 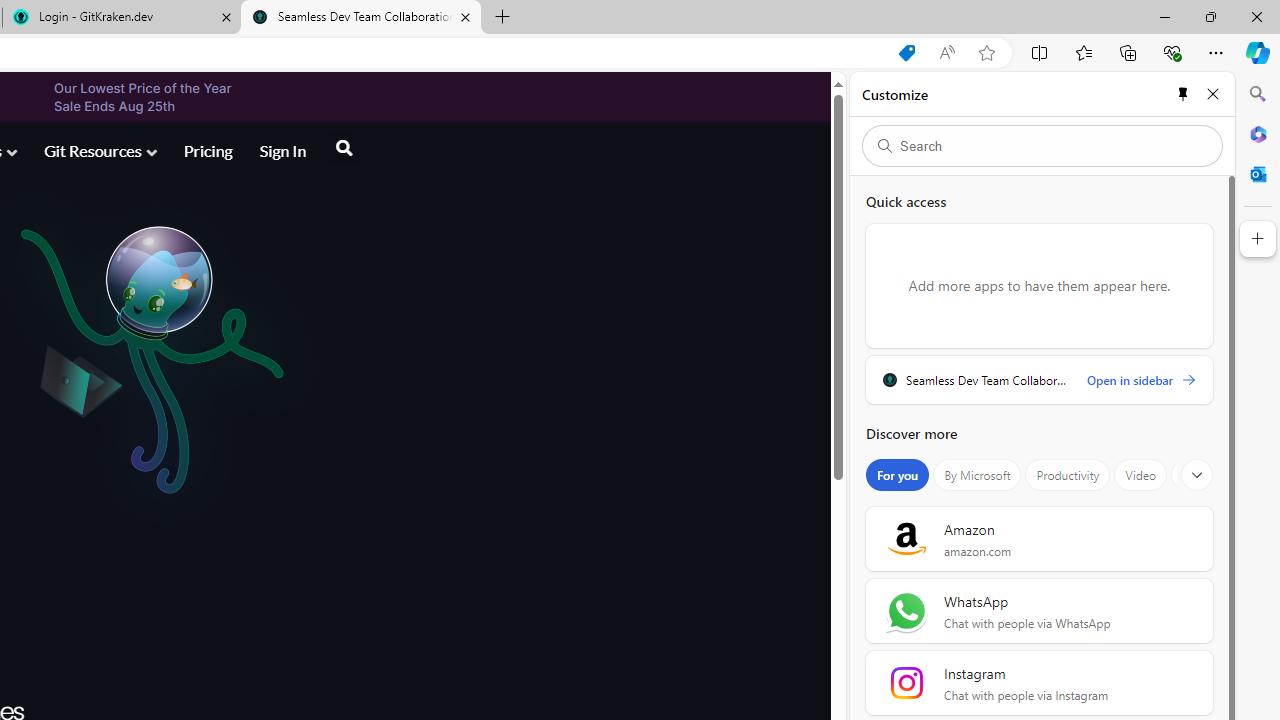 I want to click on 'For you', so click(x=897, y=475).